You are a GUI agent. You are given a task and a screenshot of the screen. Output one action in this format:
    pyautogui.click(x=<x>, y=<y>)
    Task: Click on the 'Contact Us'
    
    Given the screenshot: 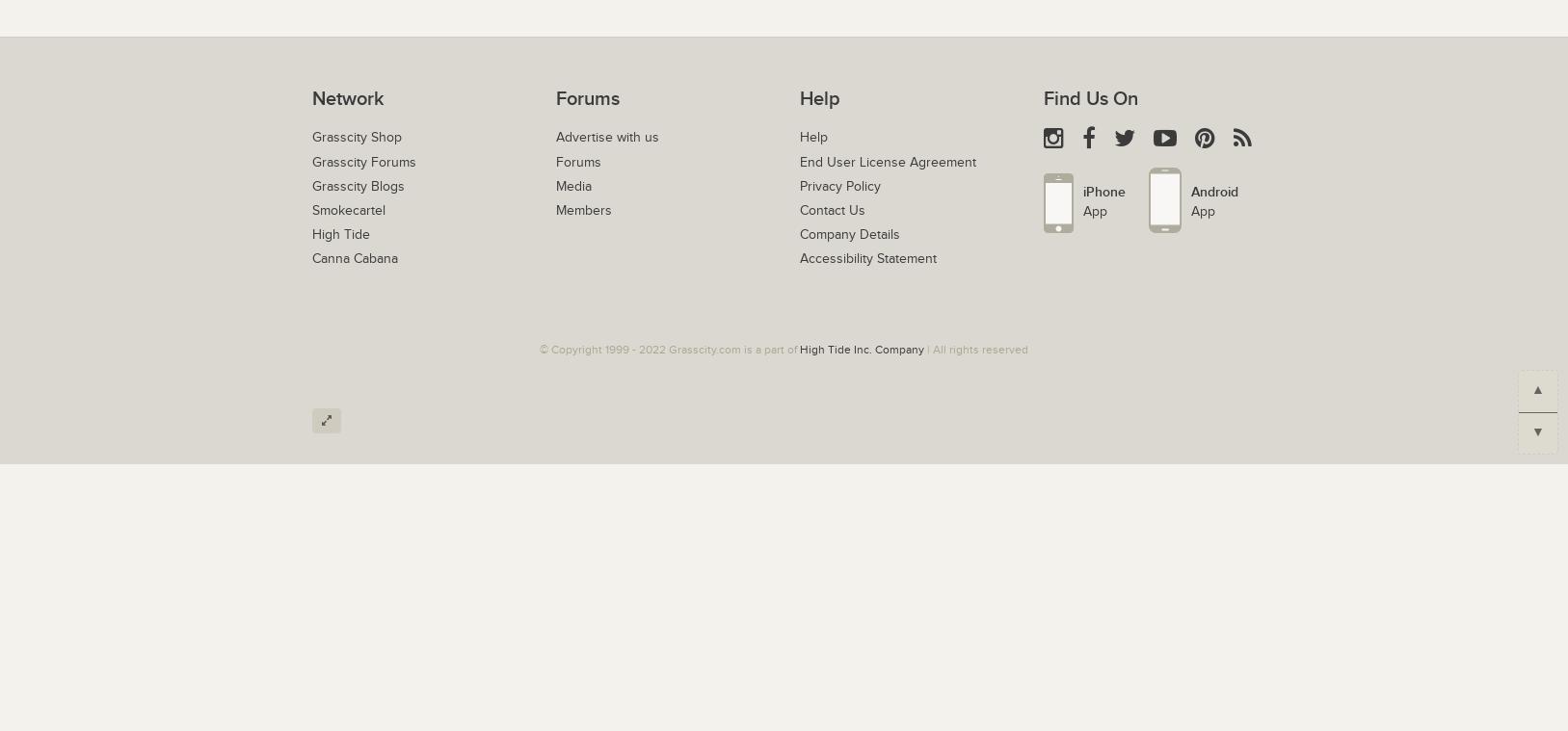 What is the action you would take?
    pyautogui.click(x=798, y=210)
    